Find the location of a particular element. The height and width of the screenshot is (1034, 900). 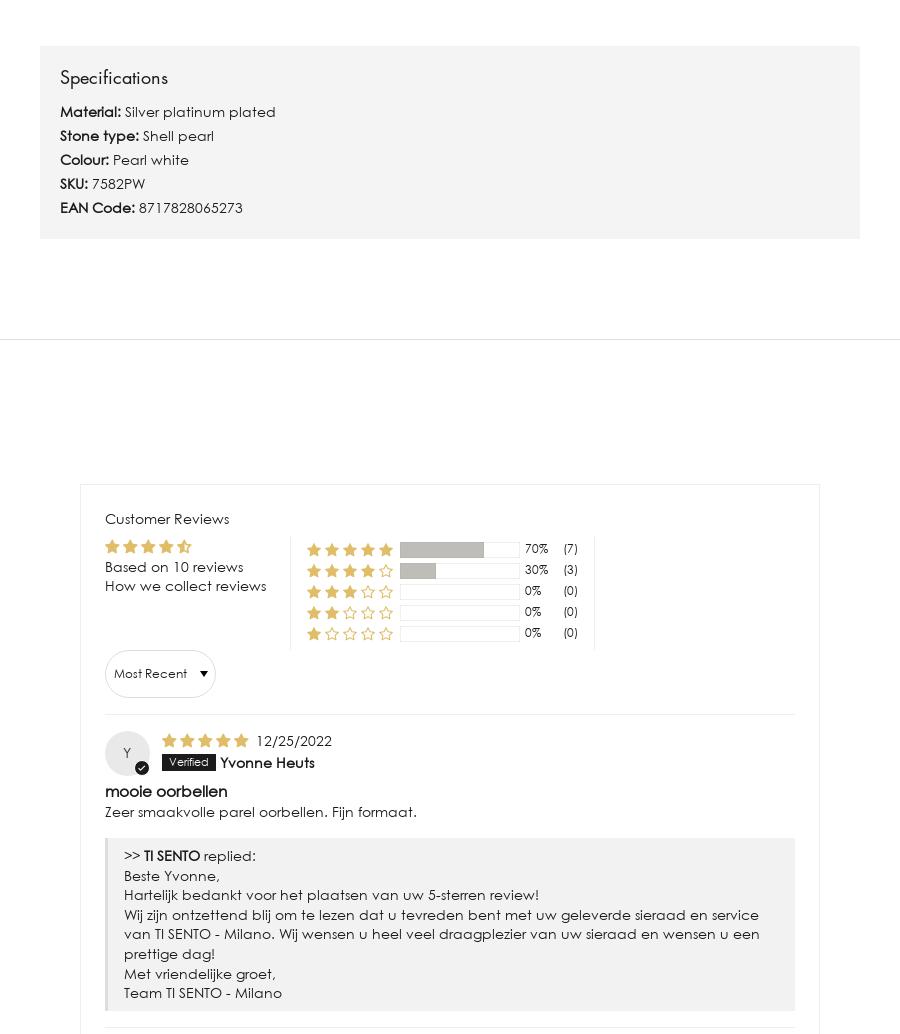

'Team TI SENTO - Milano' is located at coordinates (203, 991).